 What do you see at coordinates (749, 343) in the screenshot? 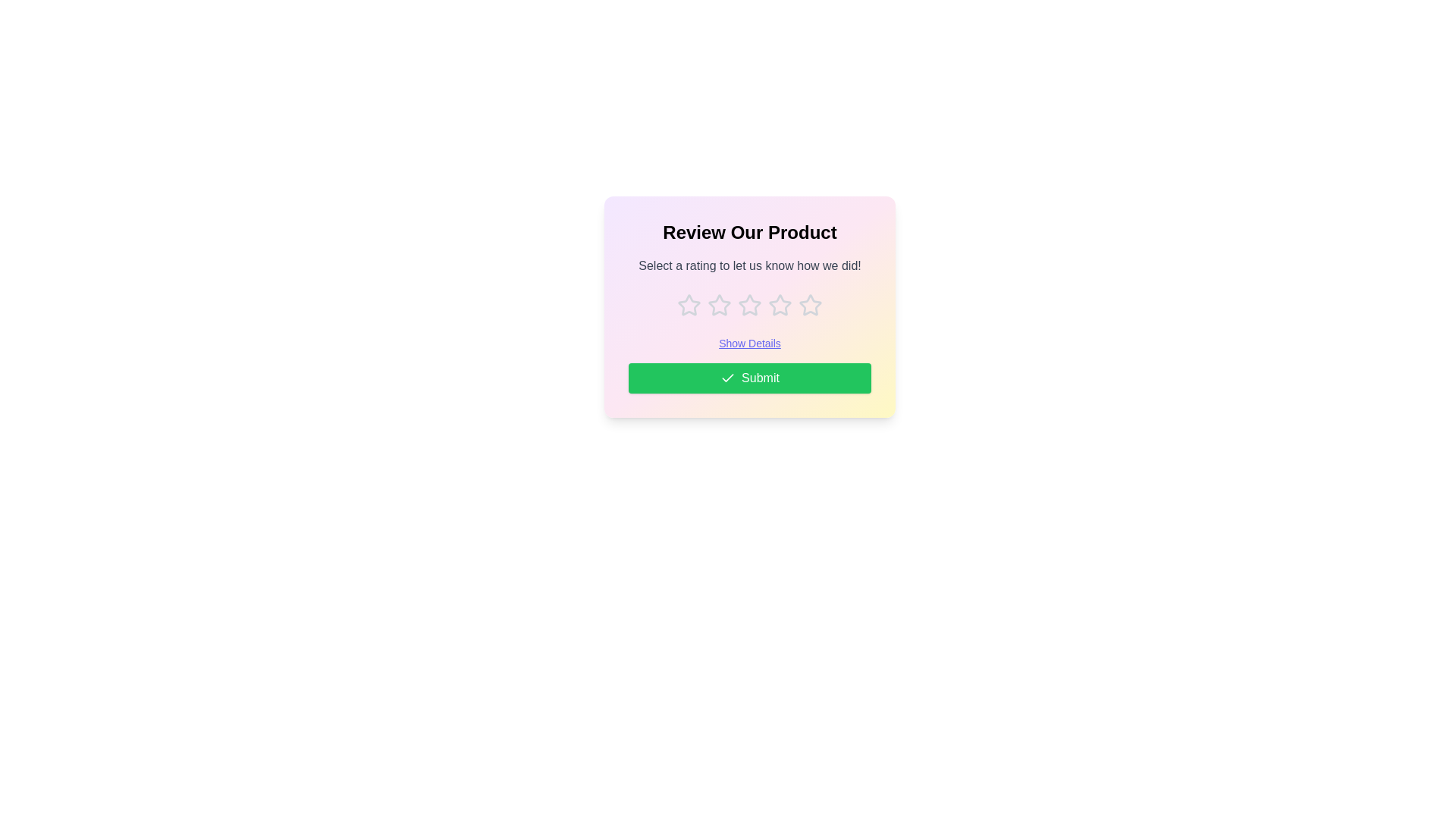
I see `the 'Show Details' button to toggle the visibility of the additional details` at bounding box center [749, 343].